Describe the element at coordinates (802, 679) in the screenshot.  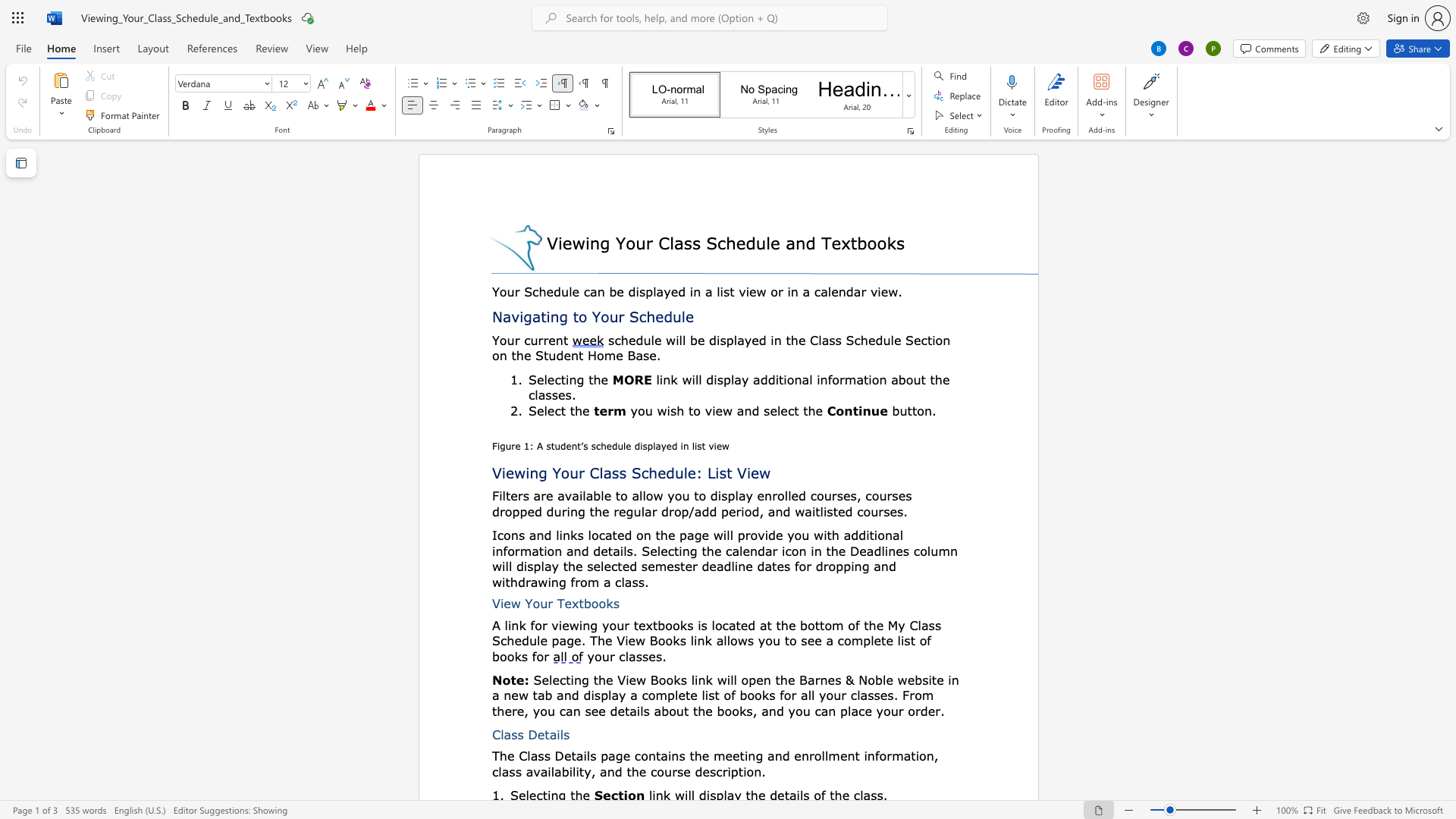
I see `the 2th character "B" in the text` at that location.